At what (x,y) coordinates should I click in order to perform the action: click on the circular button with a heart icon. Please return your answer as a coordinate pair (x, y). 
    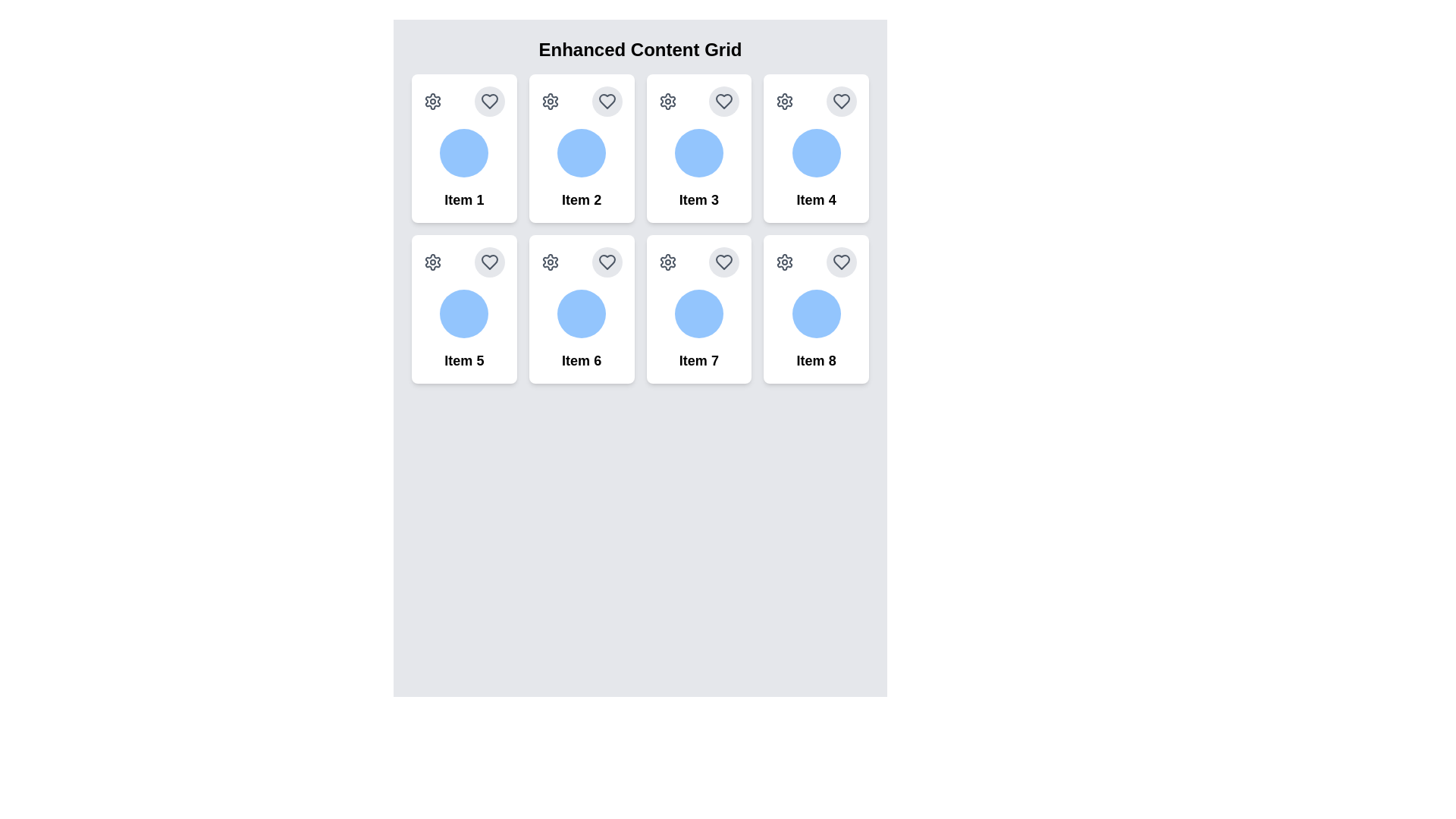
    Looking at the image, I should click on (723, 262).